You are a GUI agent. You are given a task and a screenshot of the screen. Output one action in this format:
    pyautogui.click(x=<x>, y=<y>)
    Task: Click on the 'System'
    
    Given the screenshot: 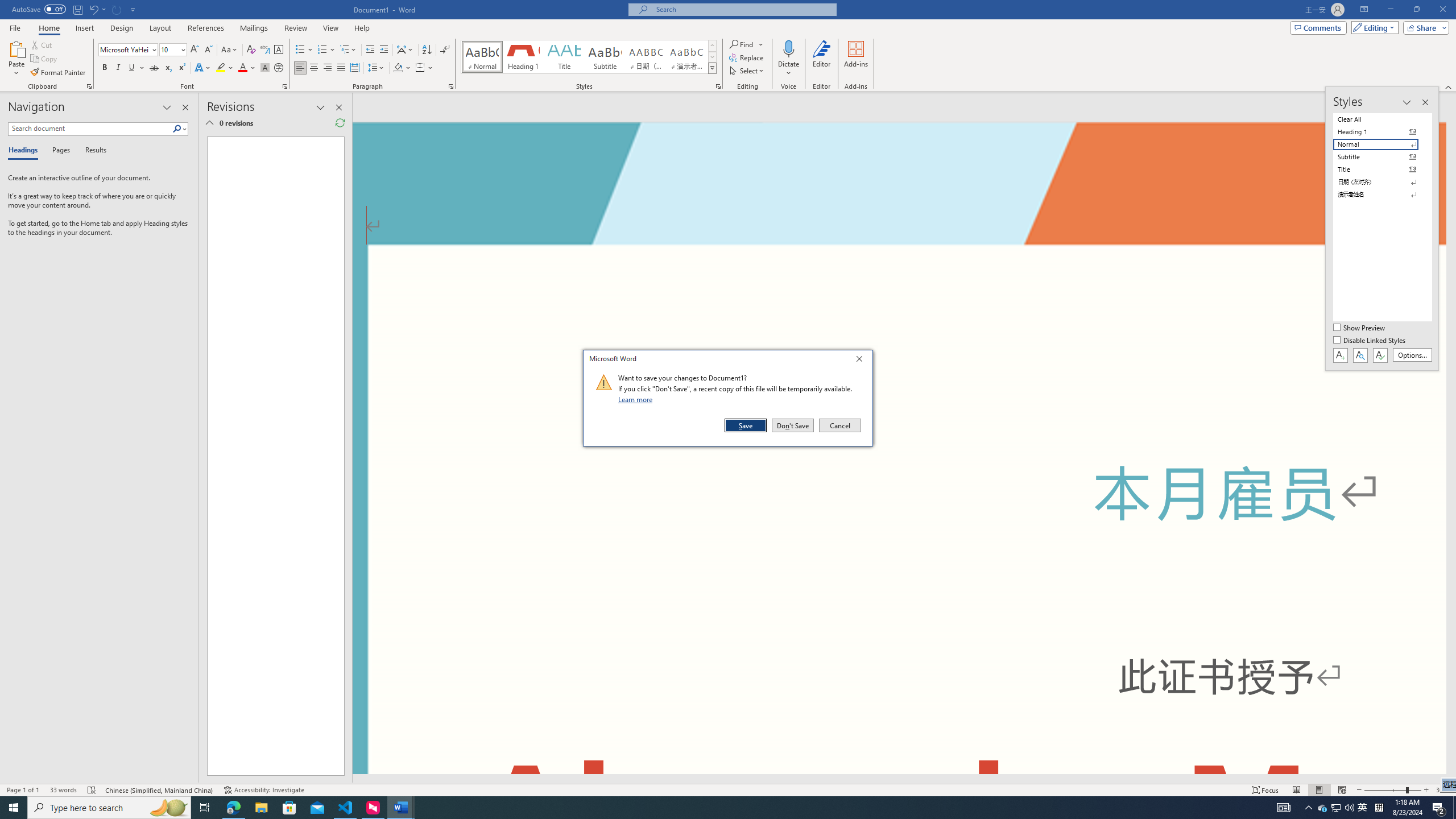 What is the action you would take?
    pyautogui.click(x=6, y=5)
    